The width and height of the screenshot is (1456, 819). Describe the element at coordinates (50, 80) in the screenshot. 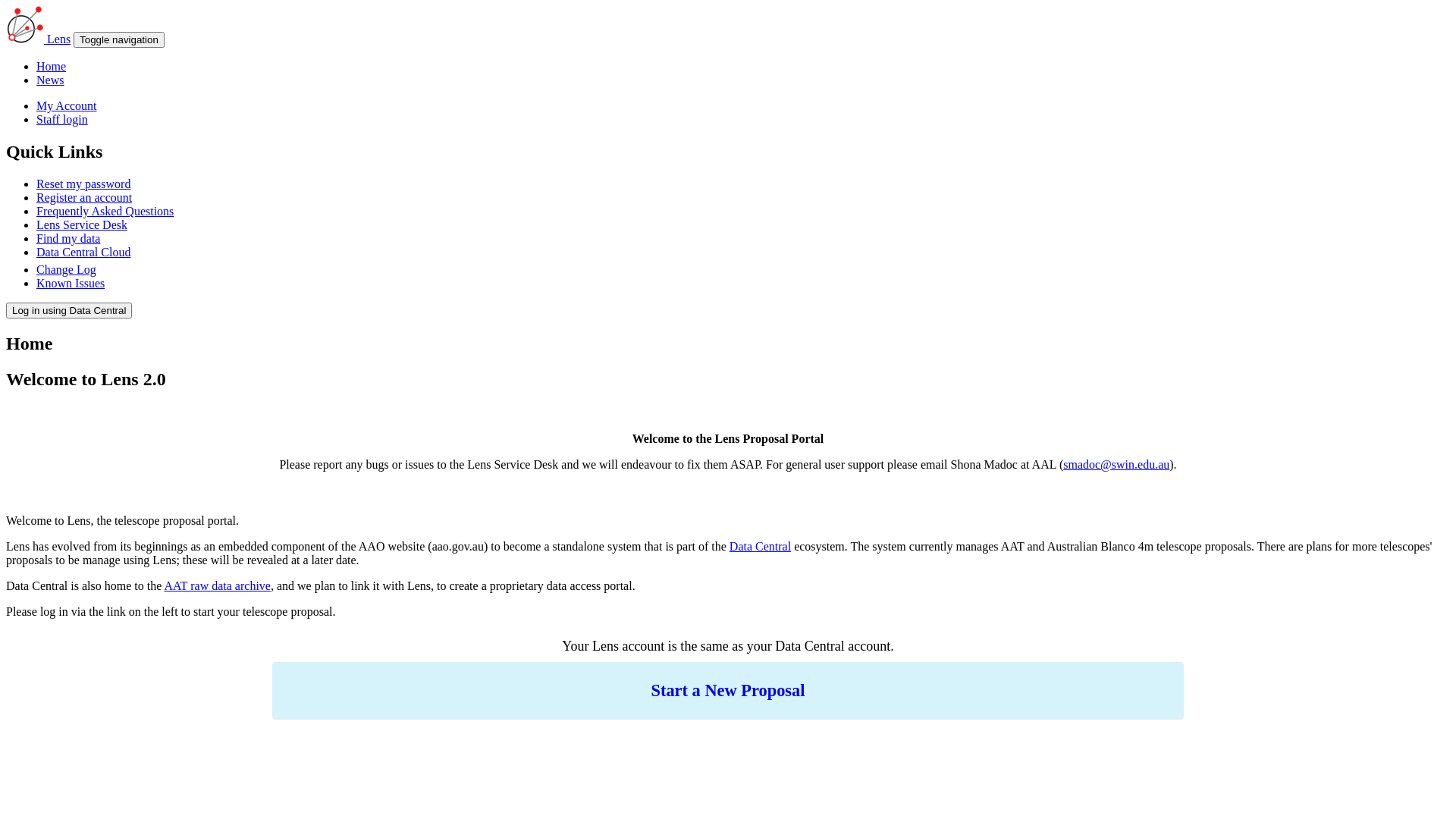

I see `'News'` at that location.